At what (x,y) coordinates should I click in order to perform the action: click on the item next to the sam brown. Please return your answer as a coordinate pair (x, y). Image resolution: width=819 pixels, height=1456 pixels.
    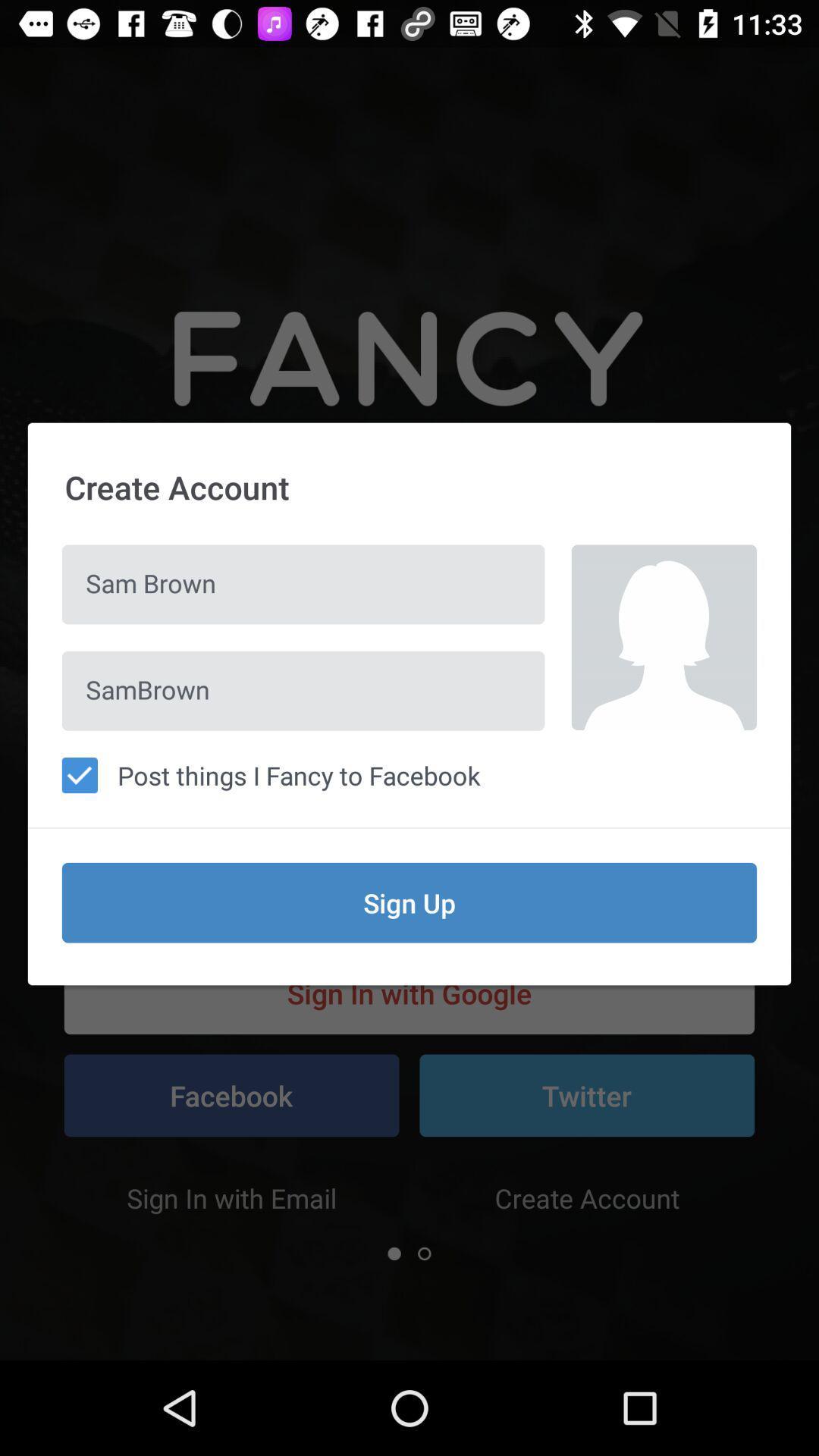
    Looking at the image, I should click on (663, 637).